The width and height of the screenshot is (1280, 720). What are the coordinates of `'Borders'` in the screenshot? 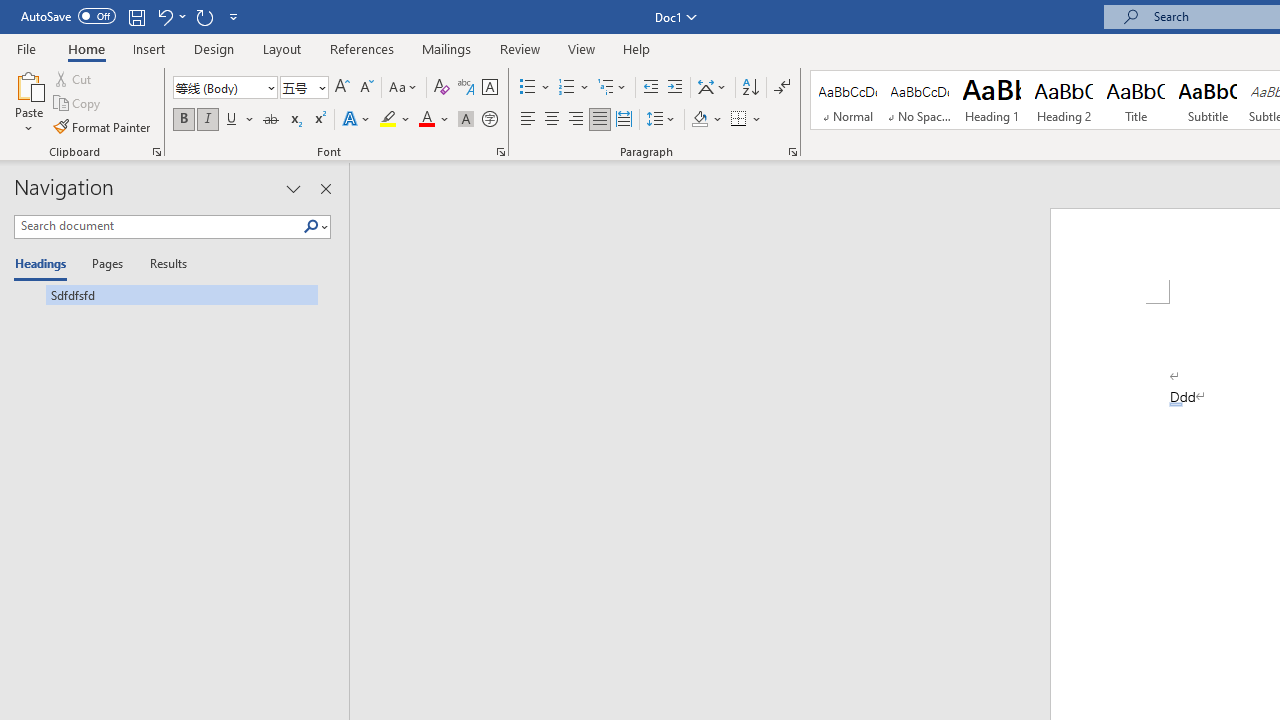 It's located at (738, 119).